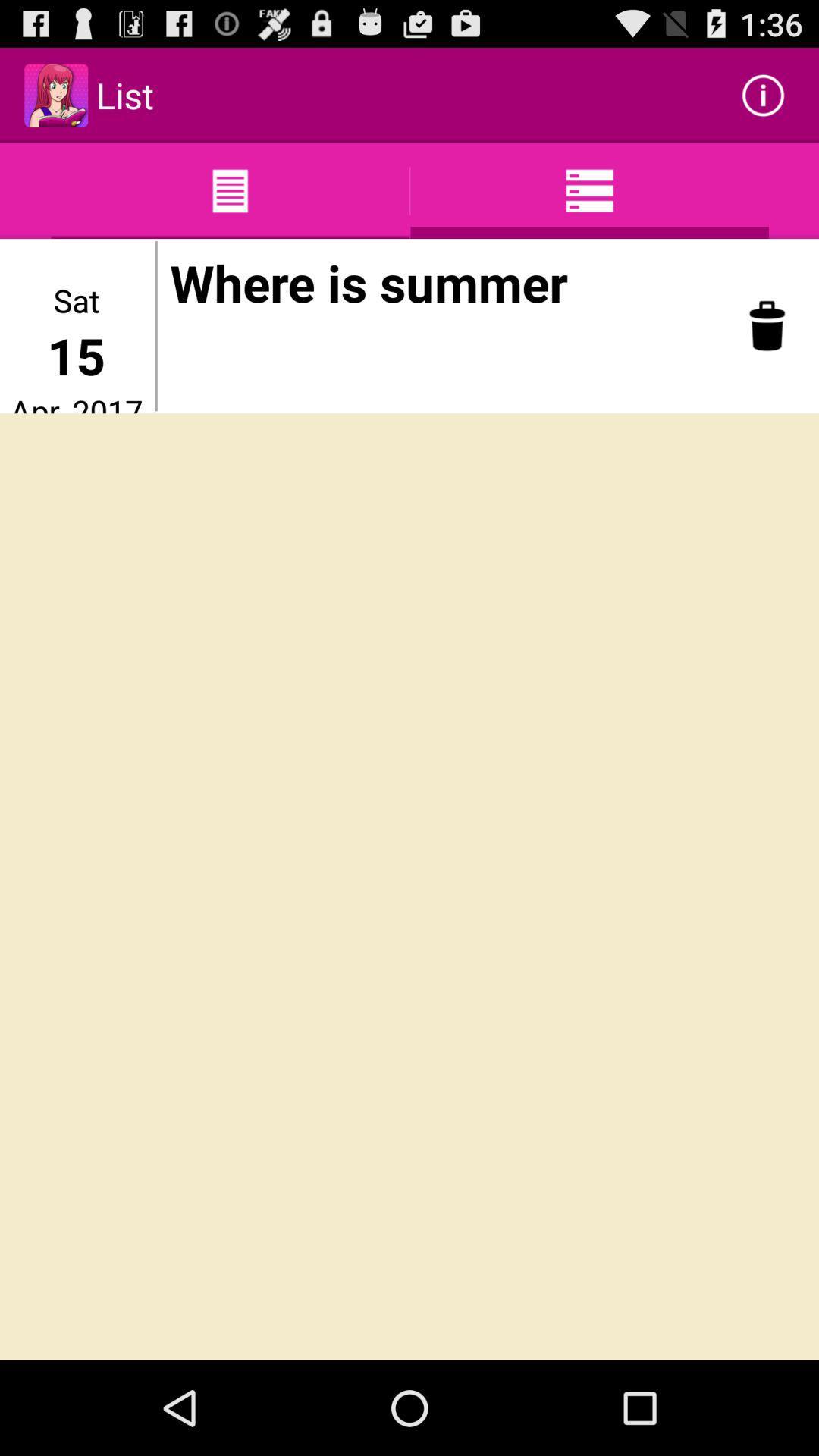 The width and height of the screenshot is (819, 1456). What do you see at coordinates (156, 325) in the screenshot?
I see `icon below list icon` at bounding box center [156, 325].